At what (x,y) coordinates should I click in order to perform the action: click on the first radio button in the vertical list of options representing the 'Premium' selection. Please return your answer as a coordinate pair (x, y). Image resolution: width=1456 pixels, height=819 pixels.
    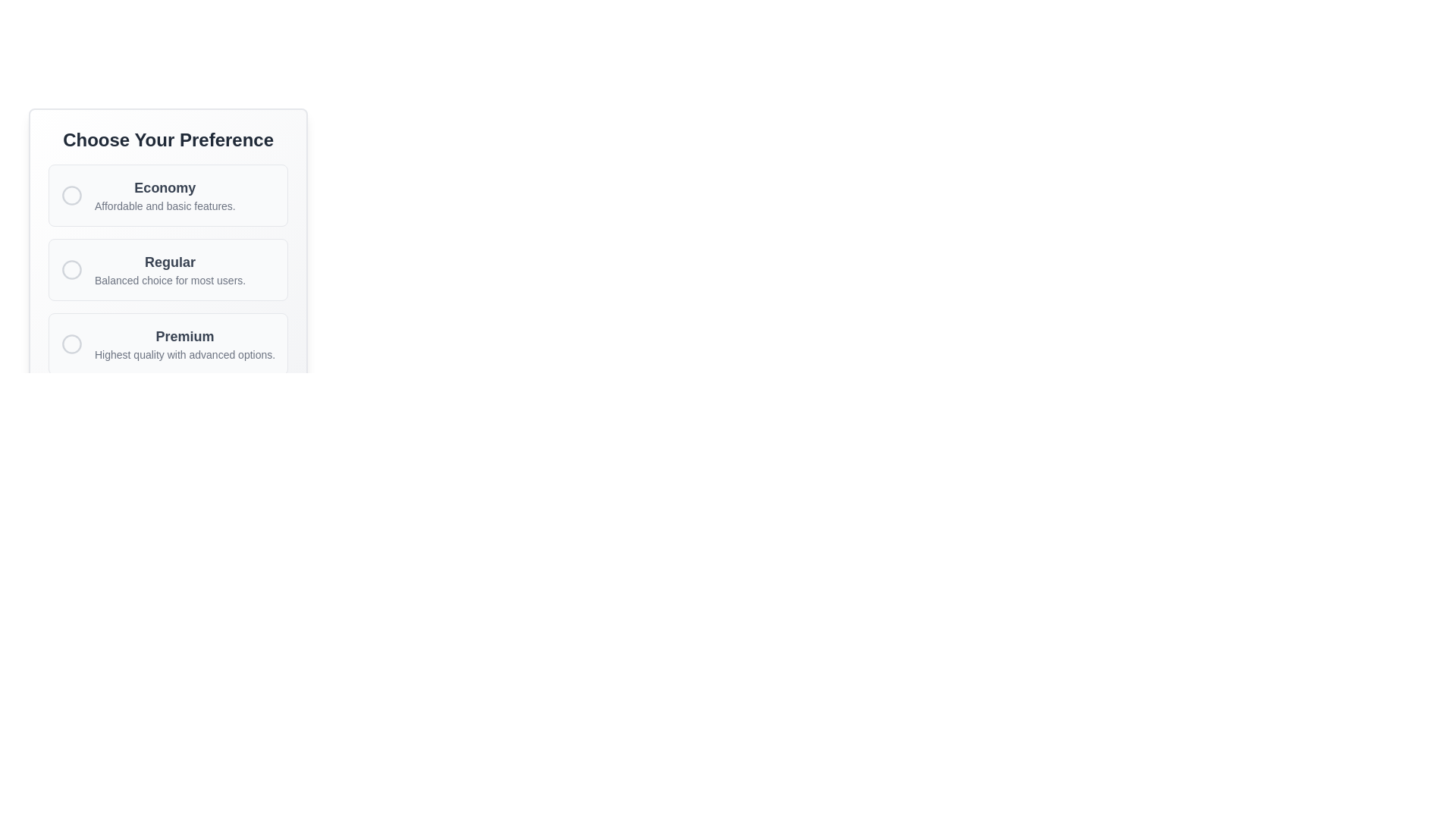
    Looking at the image, I should click on (71, 344).